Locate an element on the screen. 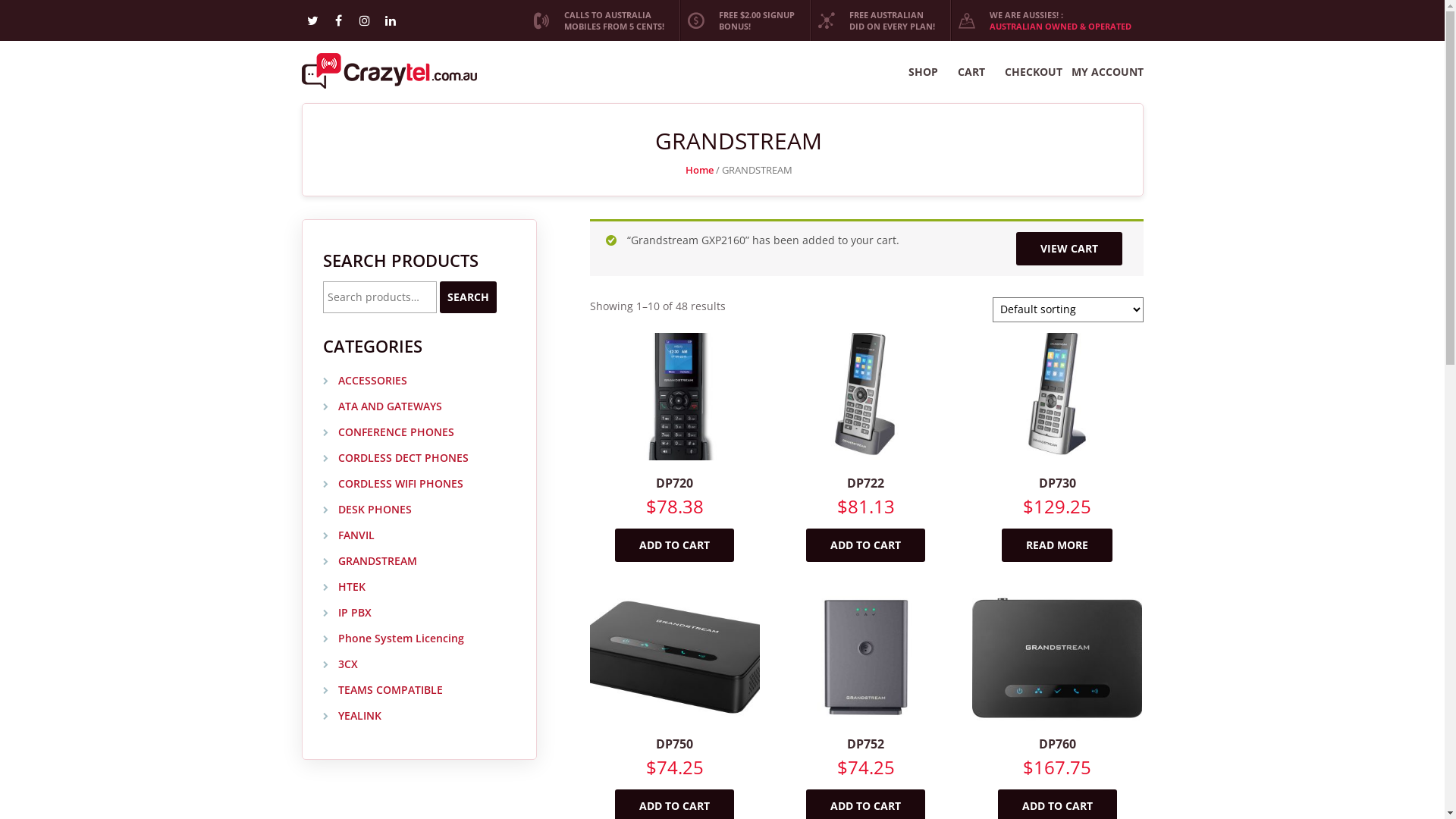  'FANVIL' is located at coordinates (348, 535).